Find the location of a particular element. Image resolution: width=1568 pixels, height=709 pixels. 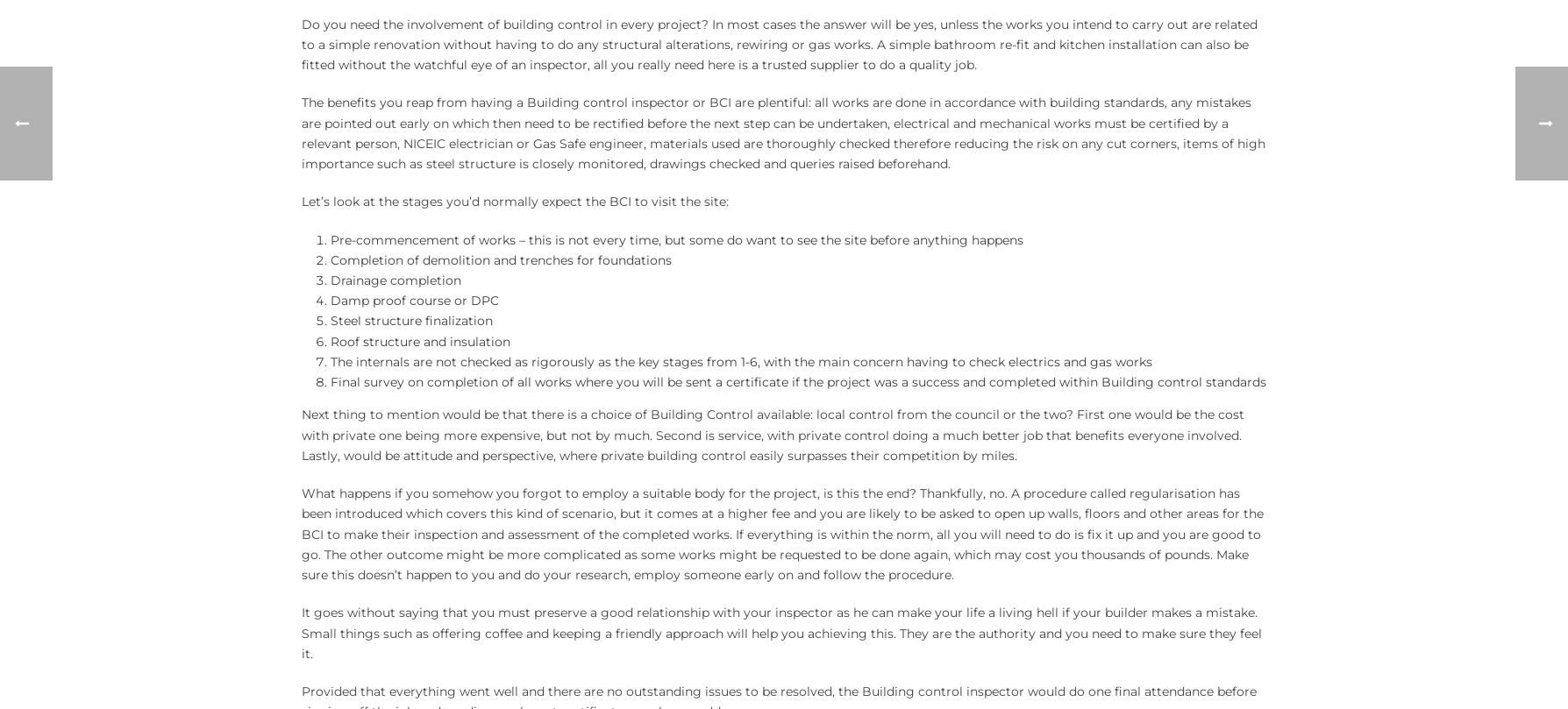

'Drainage completion' is located at coordinates (395, 280).